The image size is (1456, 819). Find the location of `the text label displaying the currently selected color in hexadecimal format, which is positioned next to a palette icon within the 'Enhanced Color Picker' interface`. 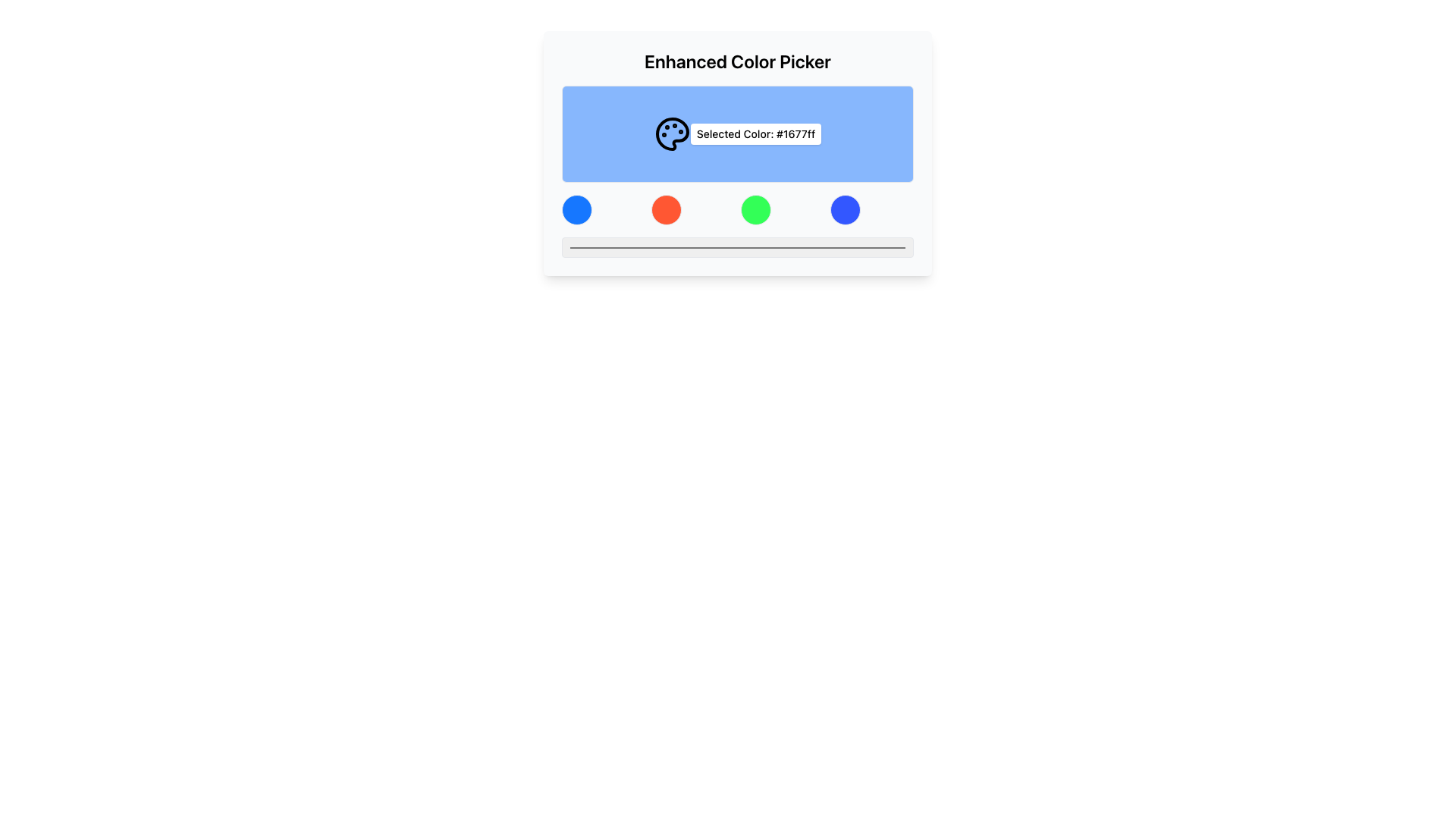

the text label displaying the currently selected color in hexadecimal format, which is positioned next to a palette icon within the 'Enhanced Color Picker' interface is located at coordinates (756, 133).